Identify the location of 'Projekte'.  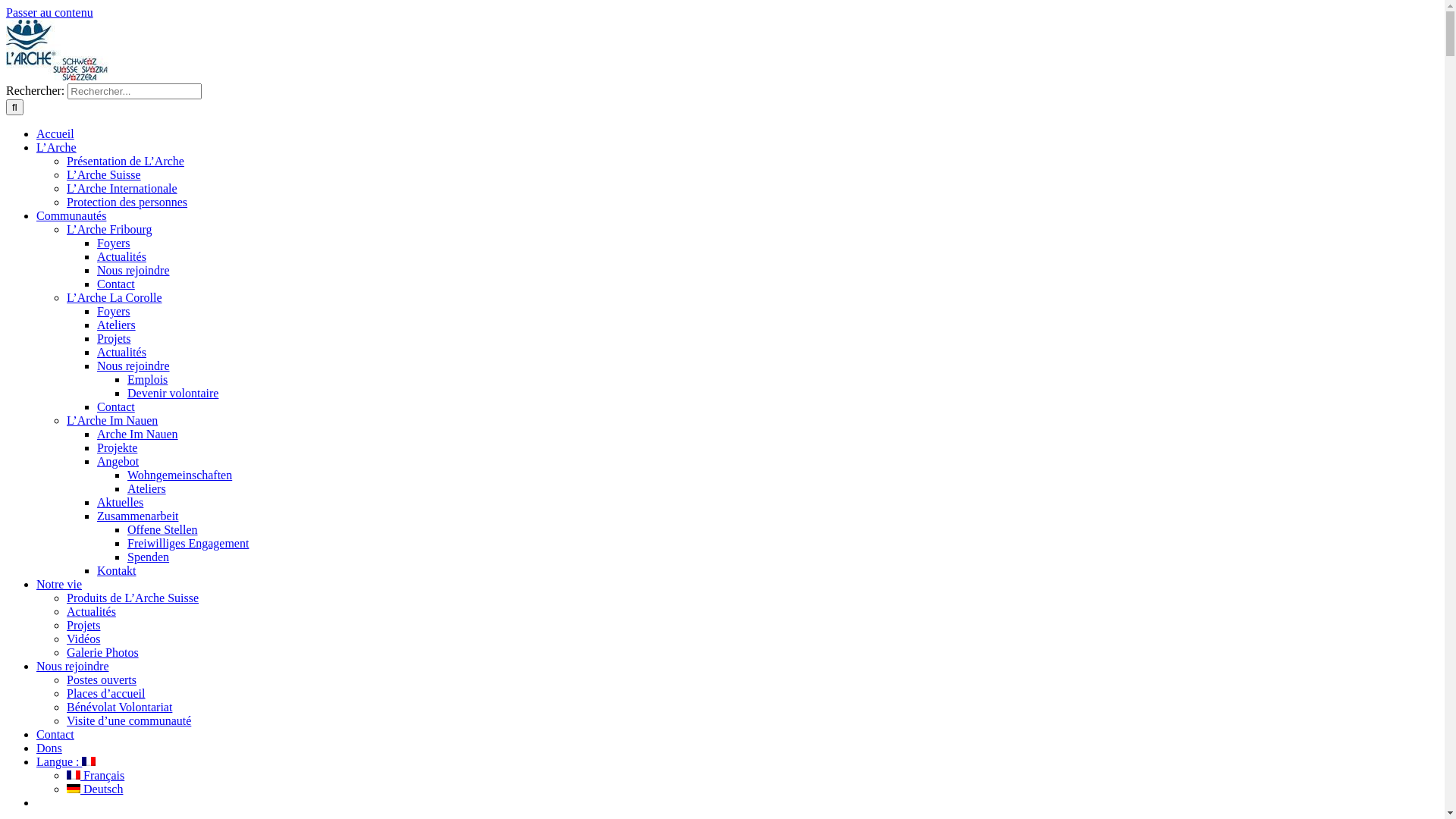
(116, 447).